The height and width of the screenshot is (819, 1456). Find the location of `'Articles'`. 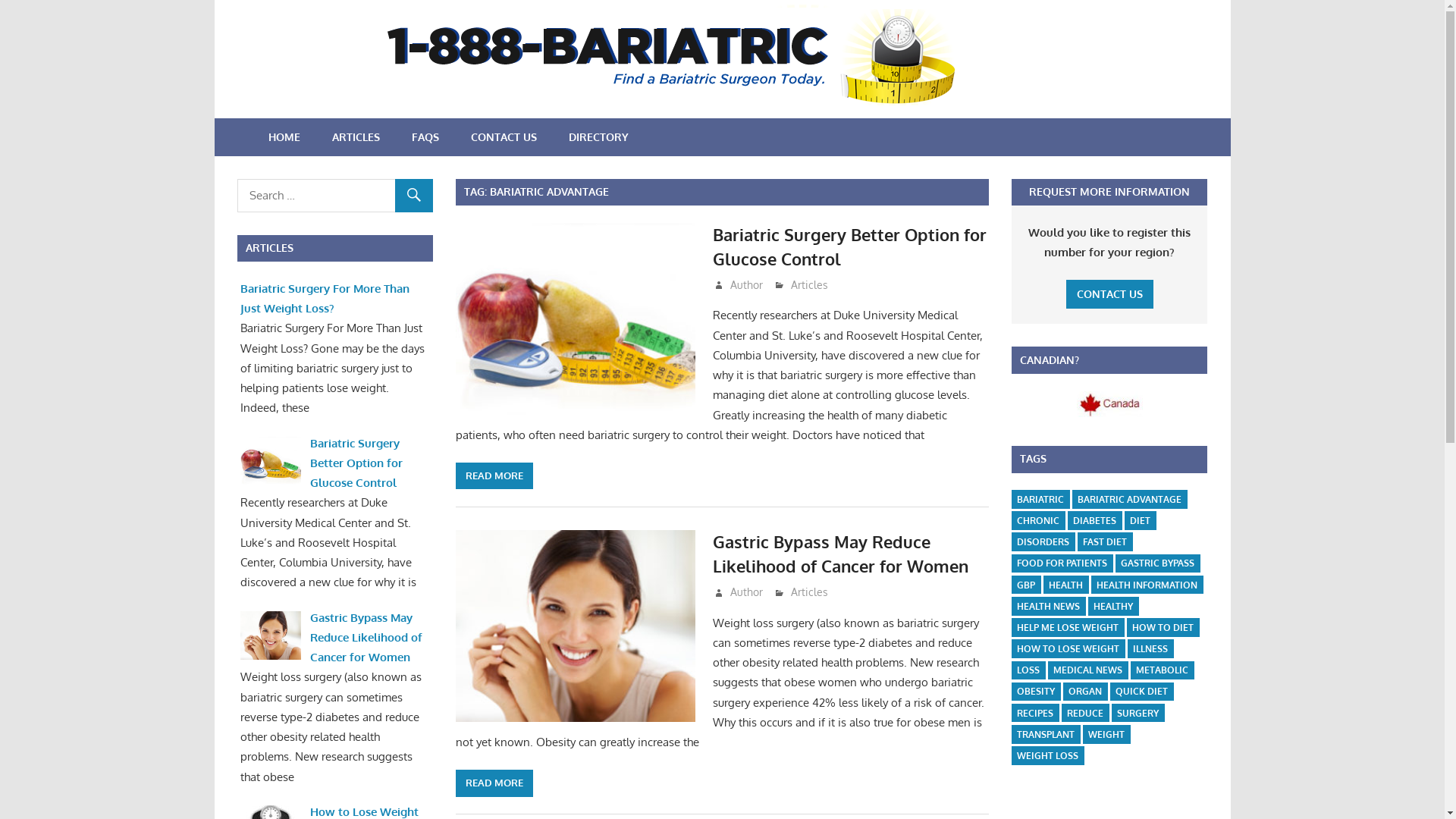

'Articles' is located at coordinates (808, 591).